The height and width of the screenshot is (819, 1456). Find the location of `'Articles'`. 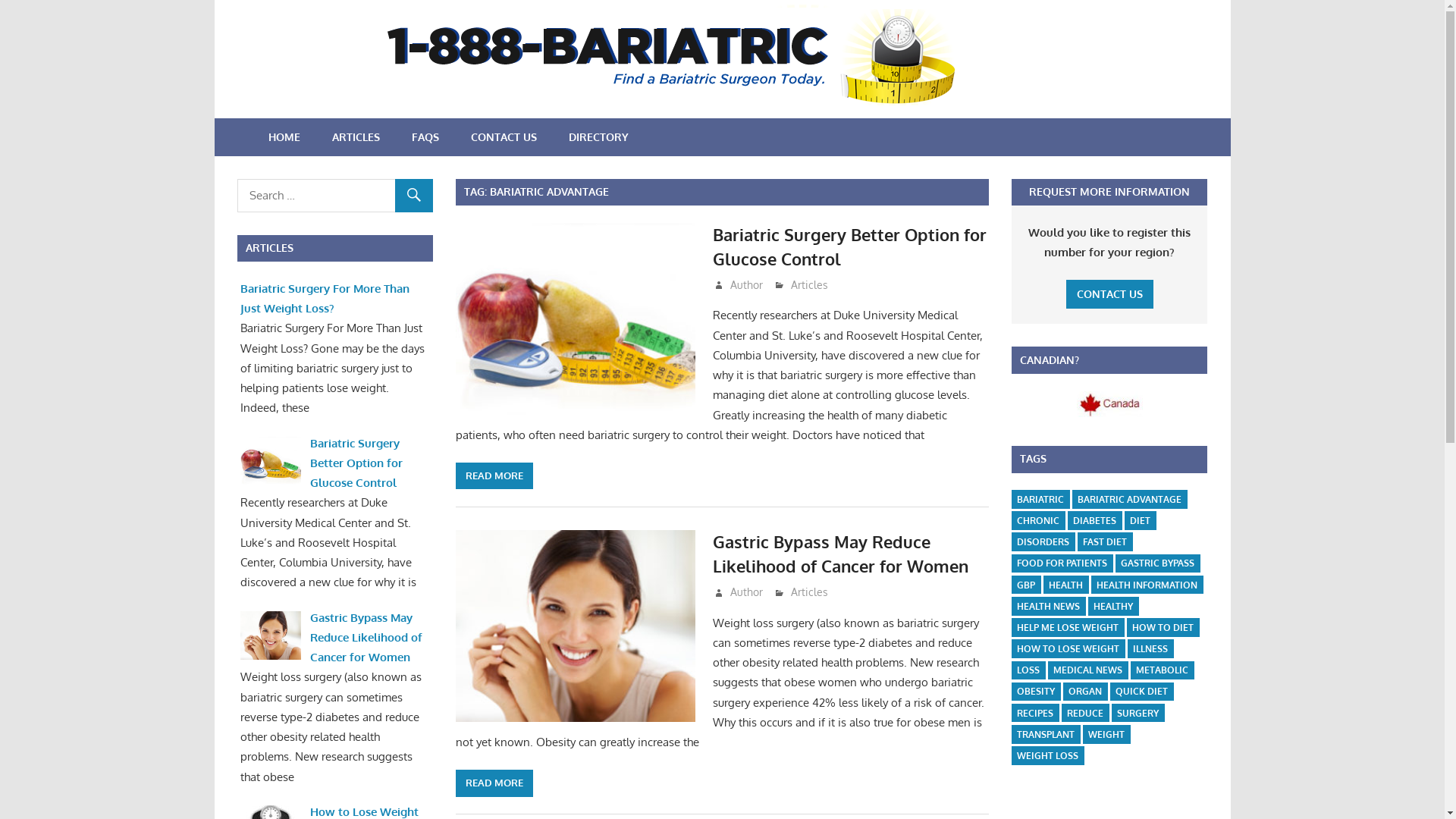

'Articles' is located at coordinates (808, 591).